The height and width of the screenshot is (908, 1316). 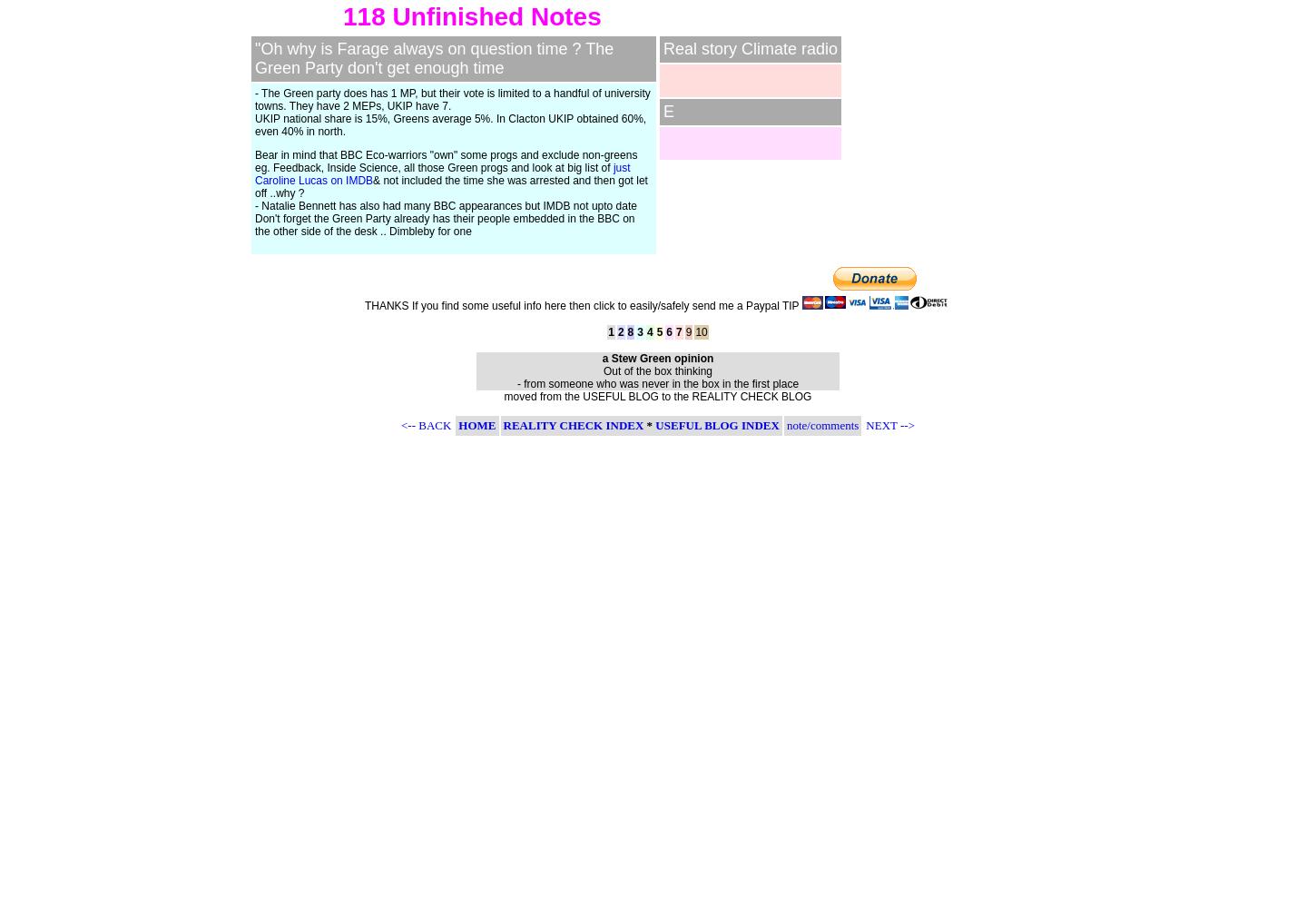 I want to click on '4', so click(x=648, y=331).